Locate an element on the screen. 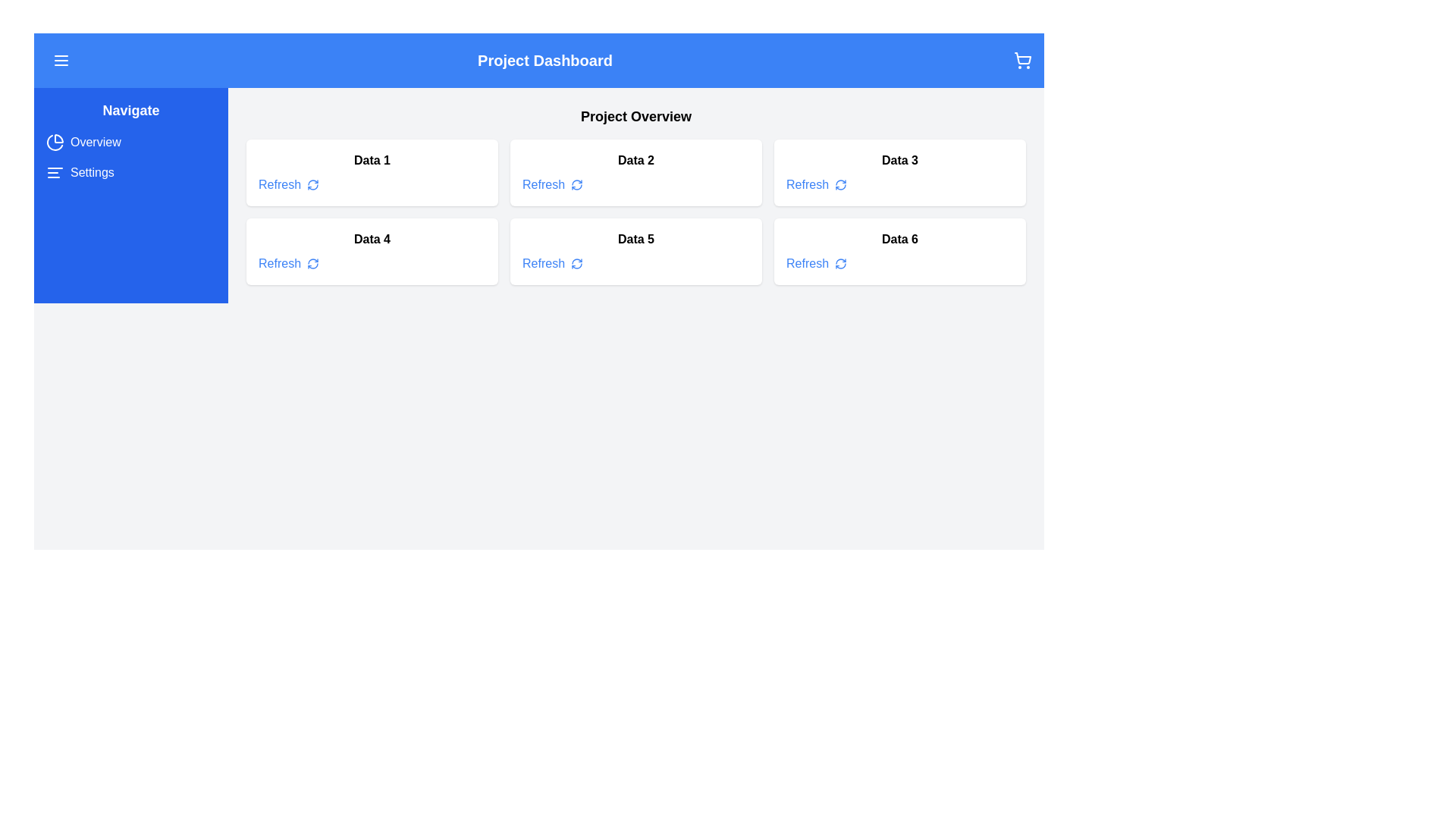 This screenshot has width=1456, height=819. the refresh button which contains a small circular arrow icon with a blue outline, located in the top-left card under 'Project Overview' is located at coordinates (312, 184).